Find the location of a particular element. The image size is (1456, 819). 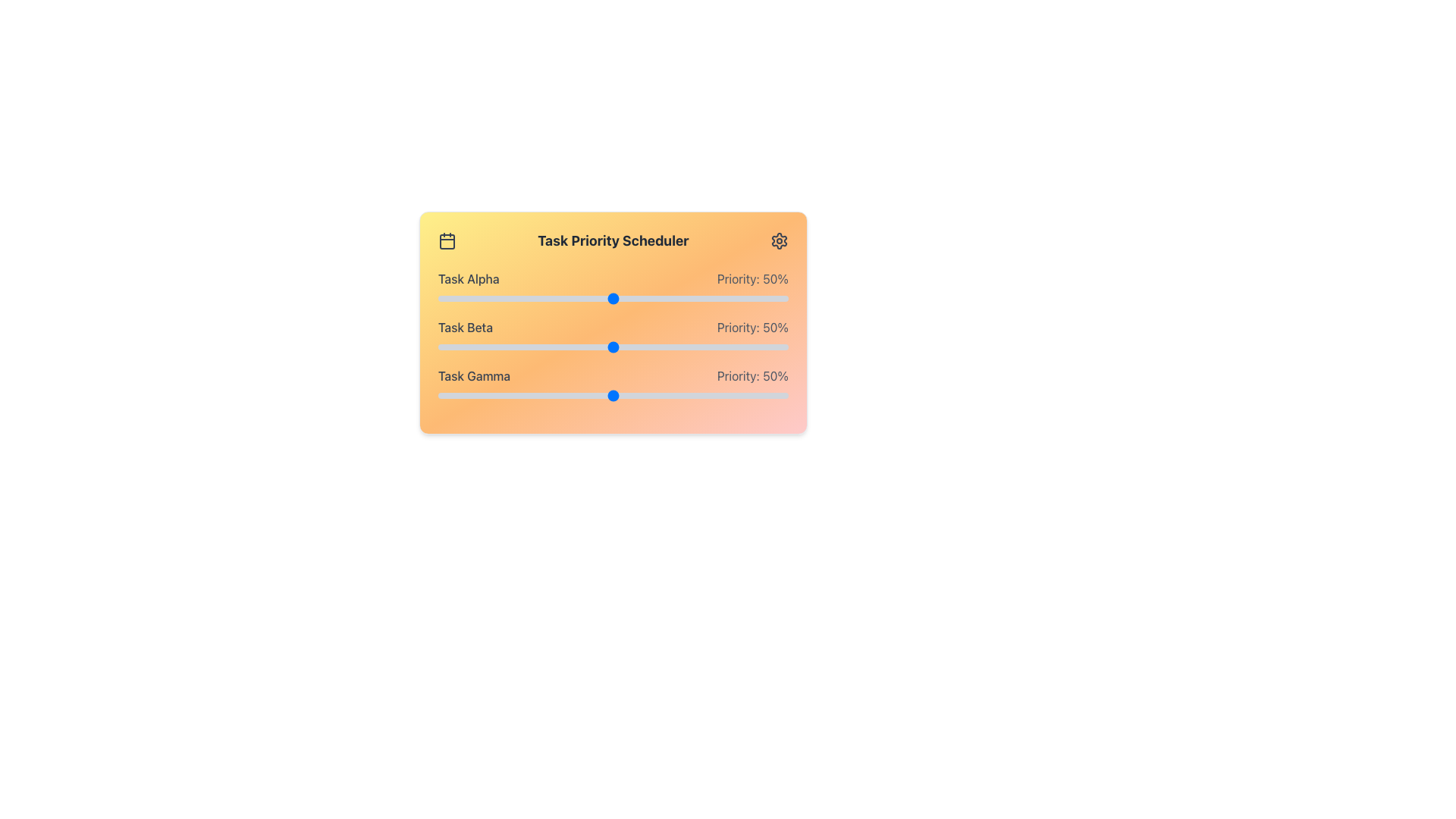

task priority is located at coordinates (441, 298).